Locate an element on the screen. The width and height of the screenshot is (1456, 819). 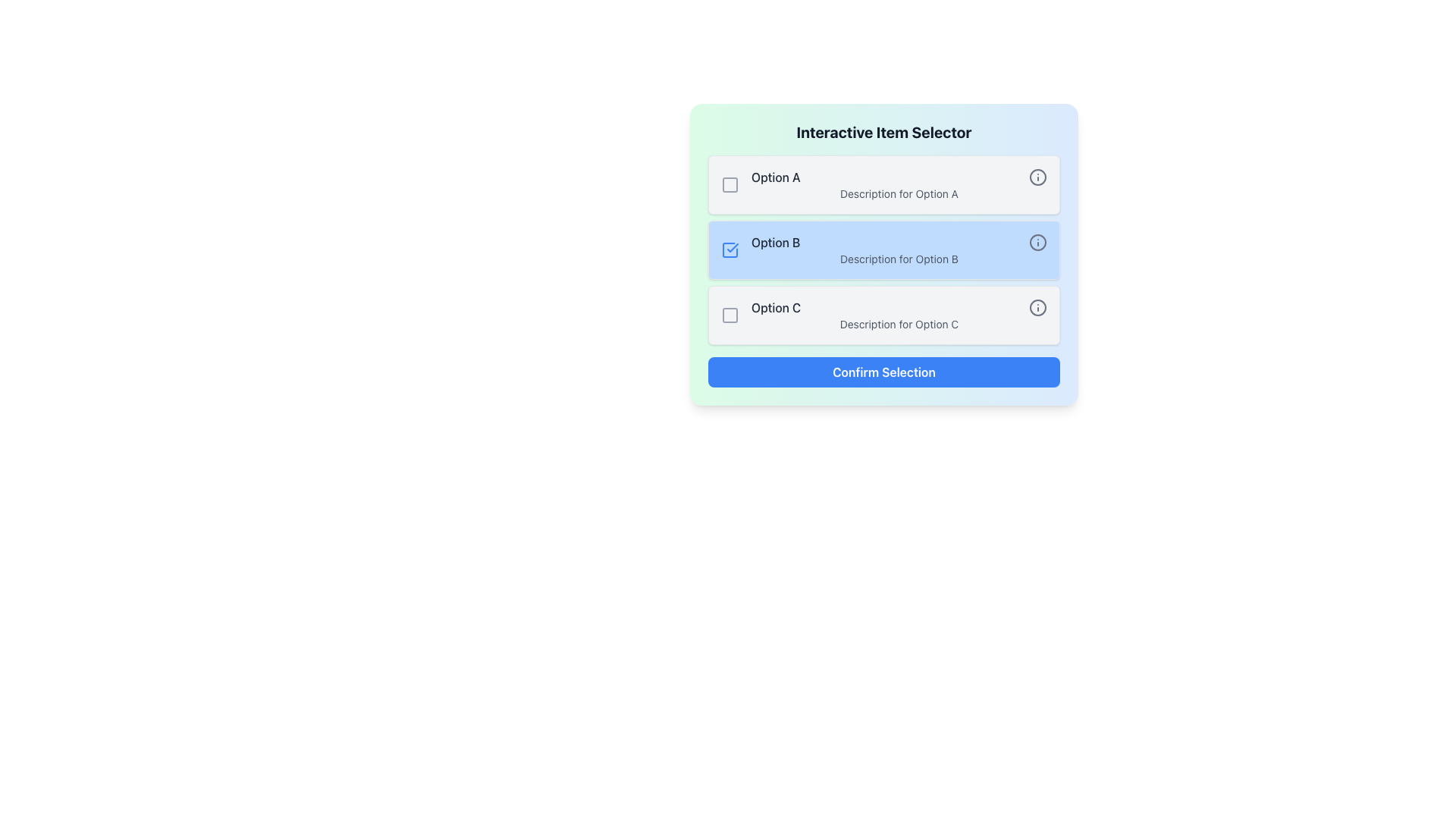
the checkbox of the Selectable List Item labeled 'Option B' is located at coordinates (884, 249).